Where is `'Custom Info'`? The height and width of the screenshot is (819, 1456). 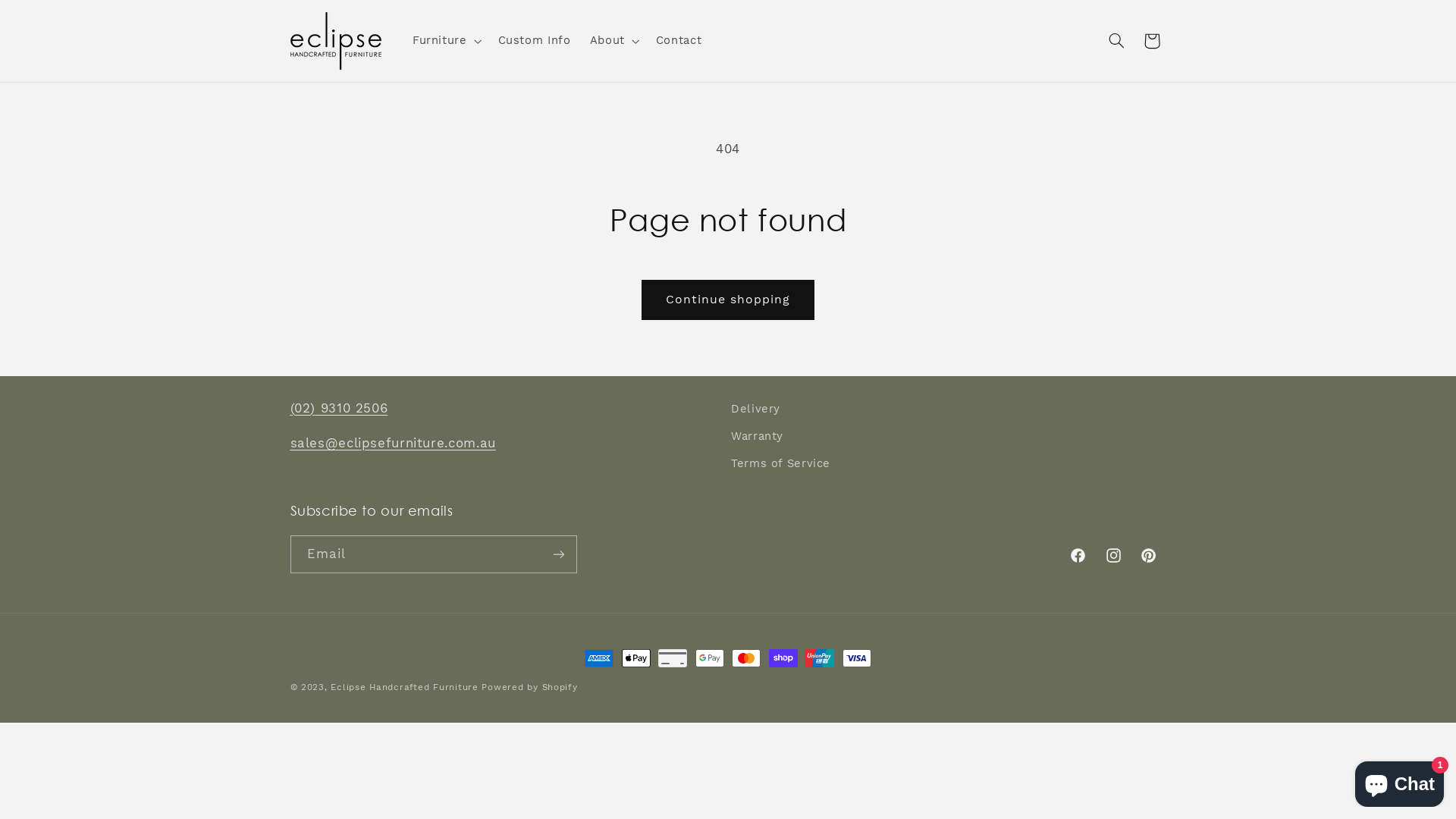
'Custom Info' is located at coordinates (534, 40).